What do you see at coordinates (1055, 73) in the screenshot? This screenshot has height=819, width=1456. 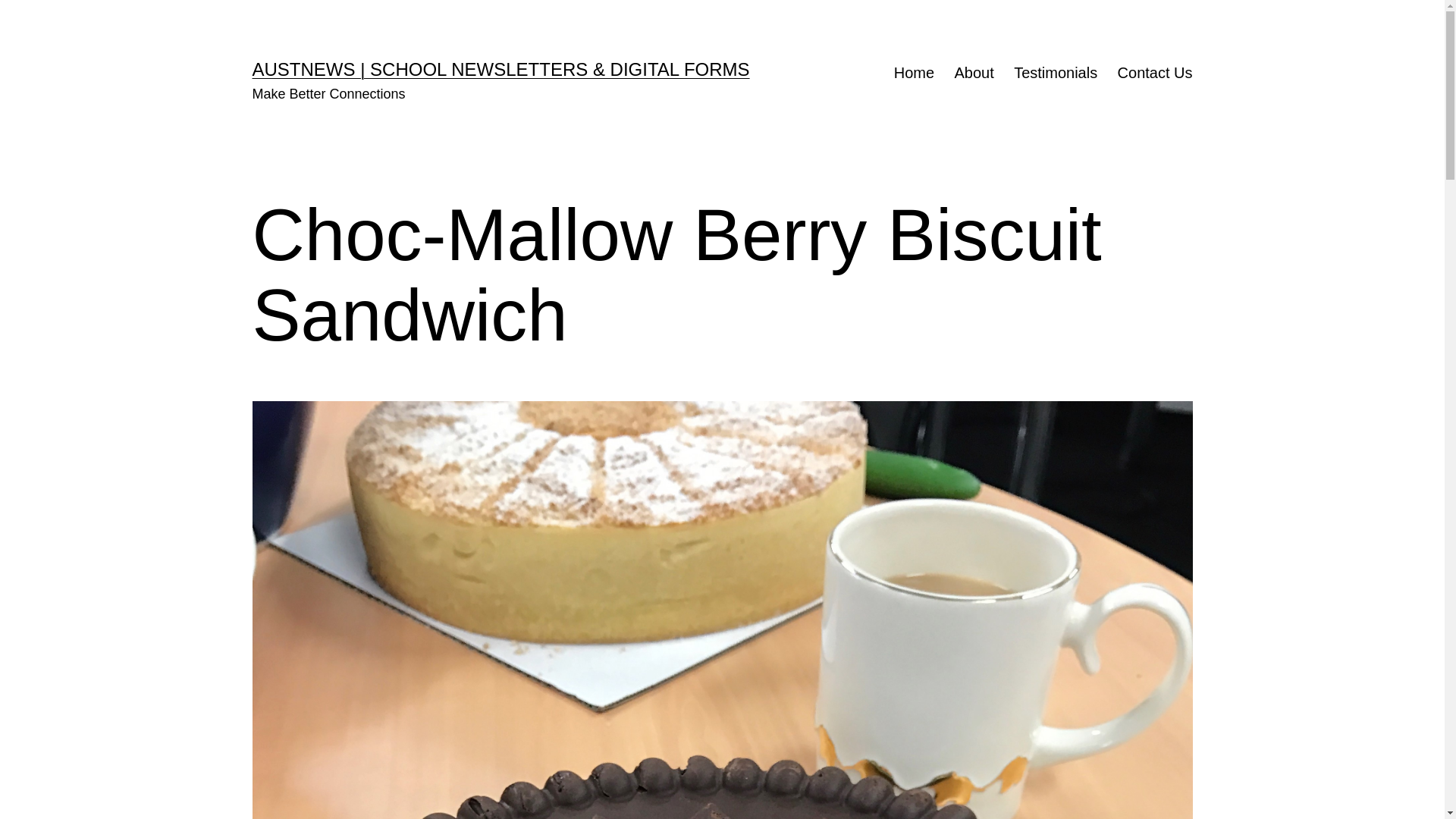 I see `'Testimonials'` at bounding box center [1055, 73].